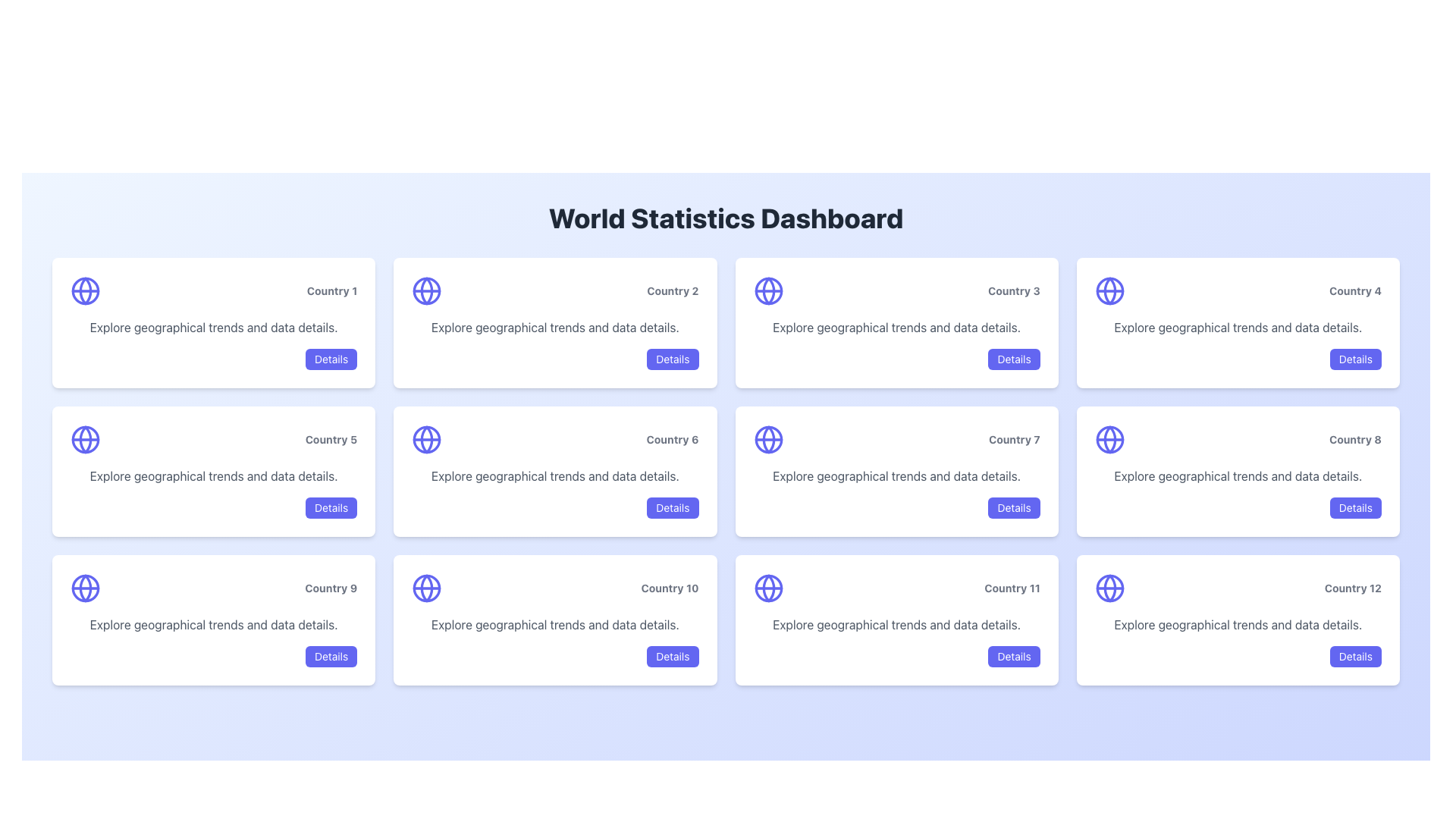  What do you see at coordinates (85, 439) in the screenshot?
I see `the globe icon` at bounding box center [85, 439].